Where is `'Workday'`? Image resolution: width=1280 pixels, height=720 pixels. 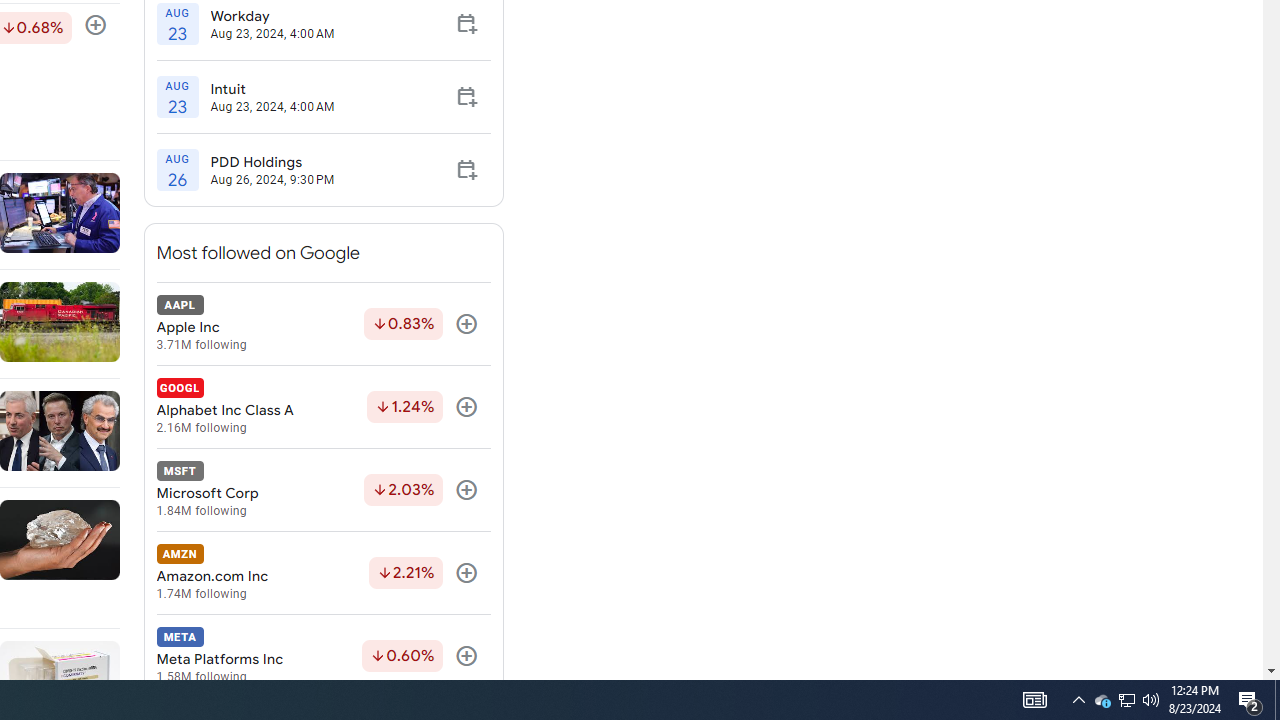
'Workday' is located at coordinates (271, 15).